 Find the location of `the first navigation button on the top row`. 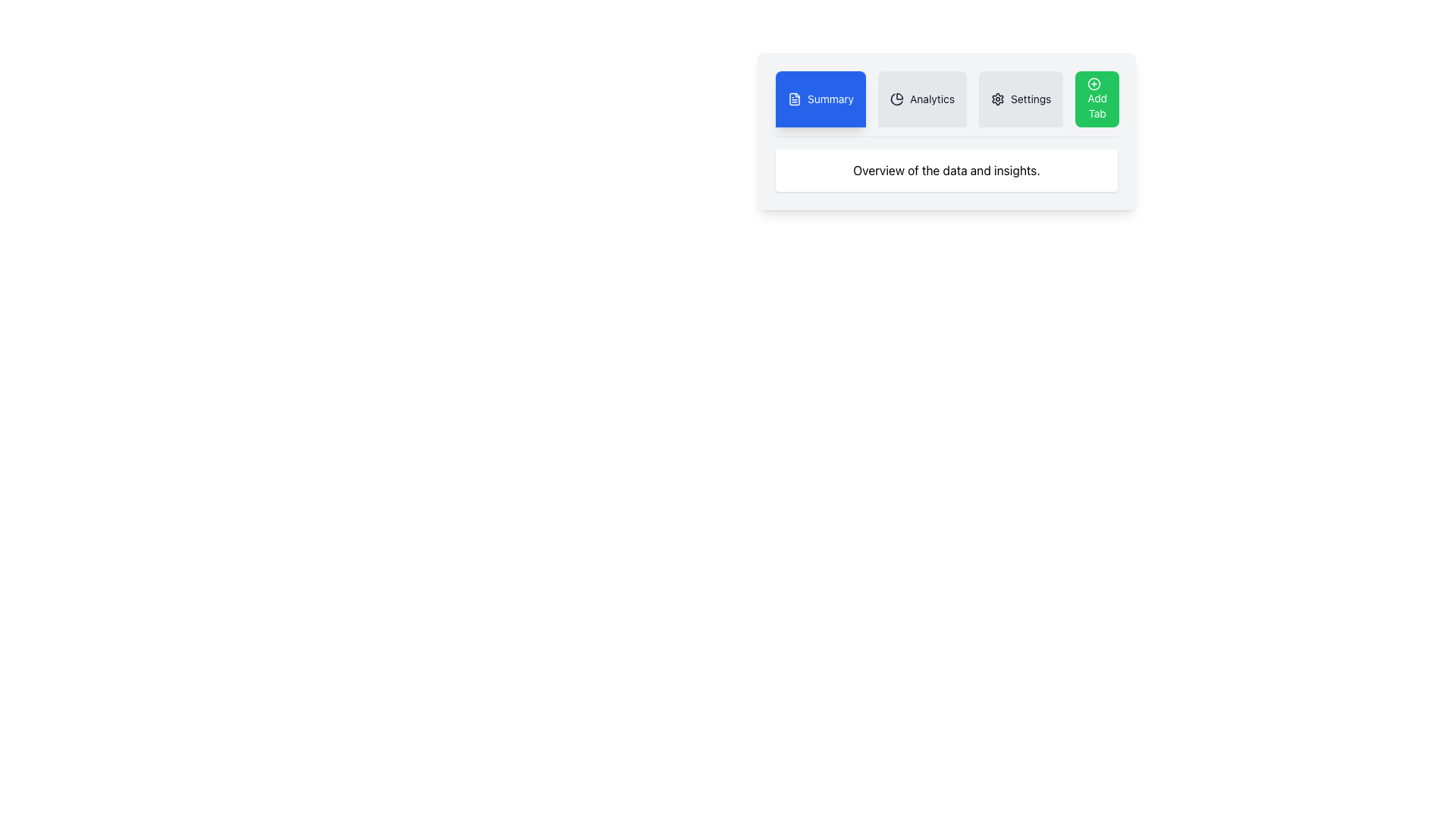

the first navigation button on the top row is located at coordinates (820, 99).